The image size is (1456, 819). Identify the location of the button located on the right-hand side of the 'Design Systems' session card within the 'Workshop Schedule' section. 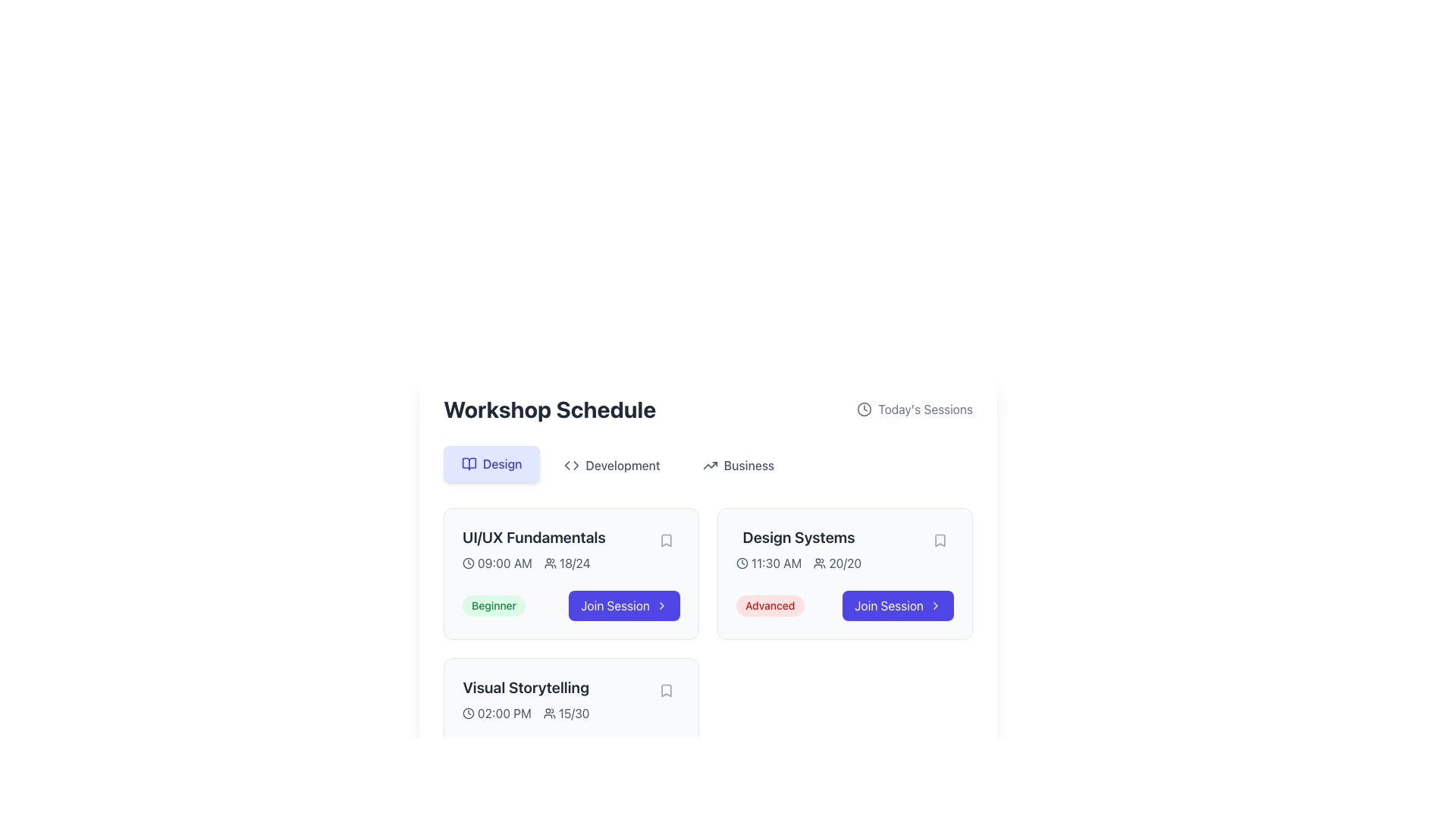
(898, 604).